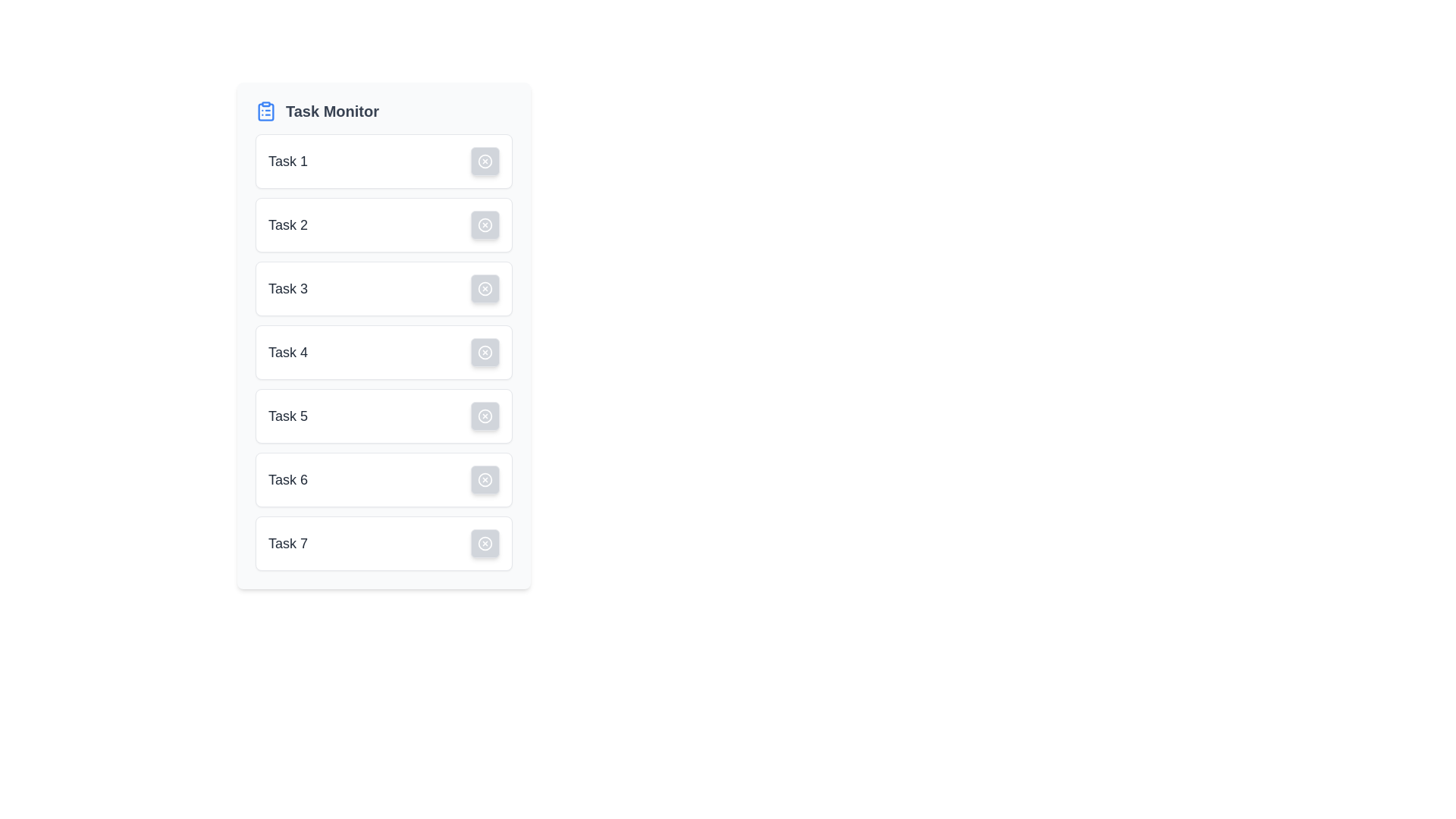  What do you see at coordinates (484, 161) in the screenshot?
I see `the circular vector graphic outline located in the top-right corner of the first list item labeled 'Task 1'` at bounding box center [484, 161].